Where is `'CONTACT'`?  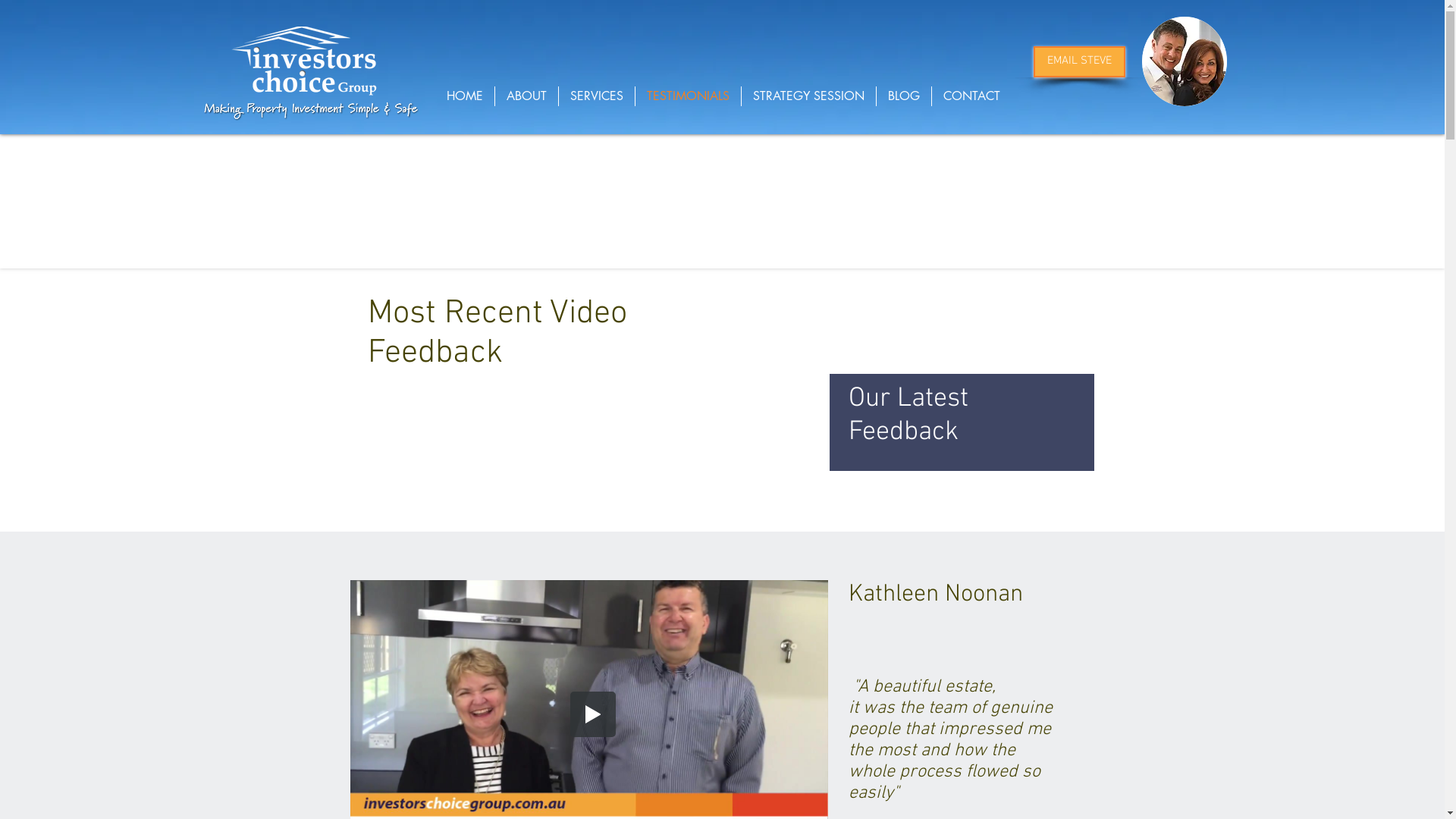
'CONTACT' is located at coordinates (971, 96).